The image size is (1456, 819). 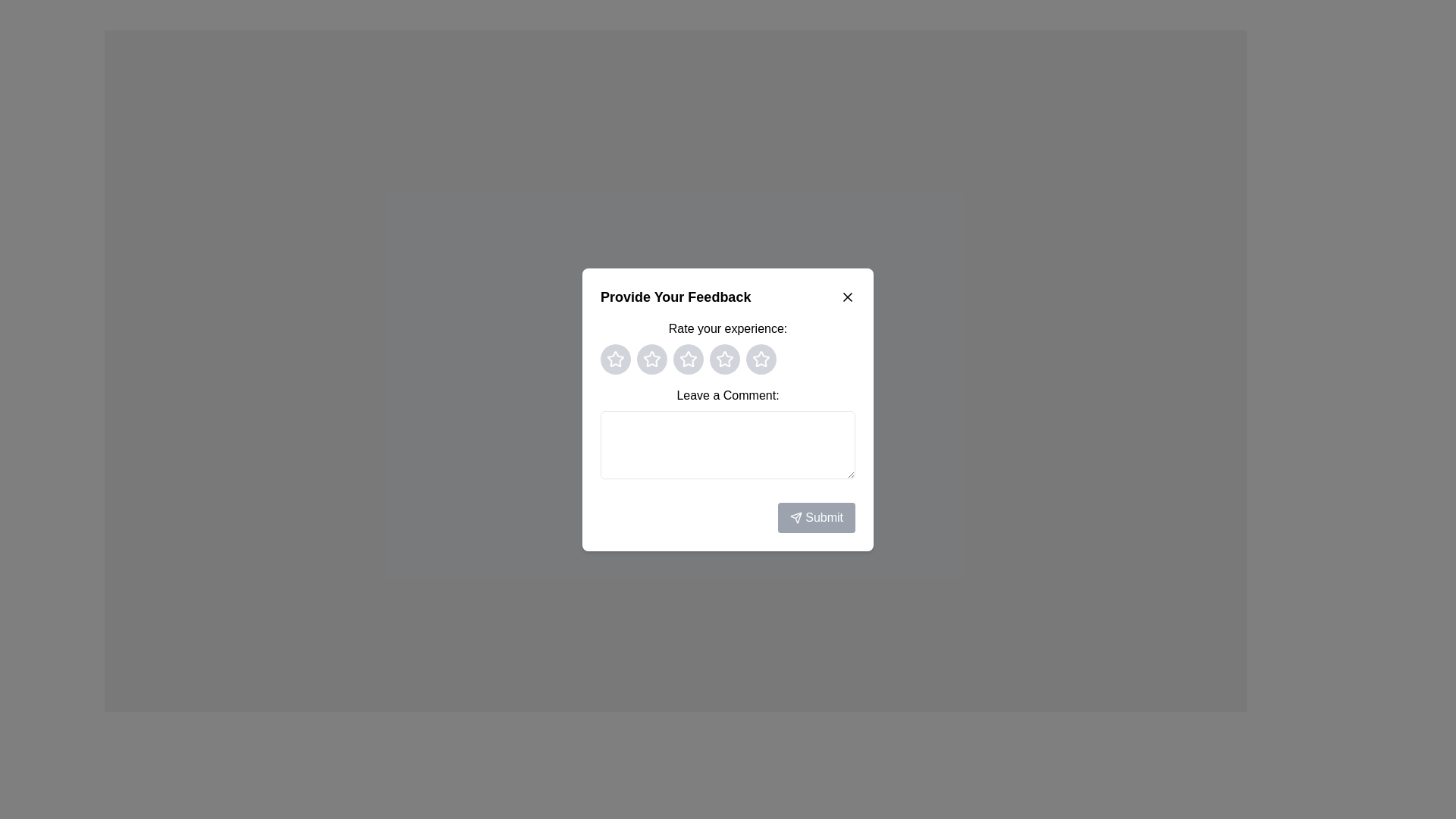 What do you see at coordinates (723, 359) in the screenshot?
I see `the fourth star button in the rating system located at the center of the feedback modal` at bounding box center [723, 359].